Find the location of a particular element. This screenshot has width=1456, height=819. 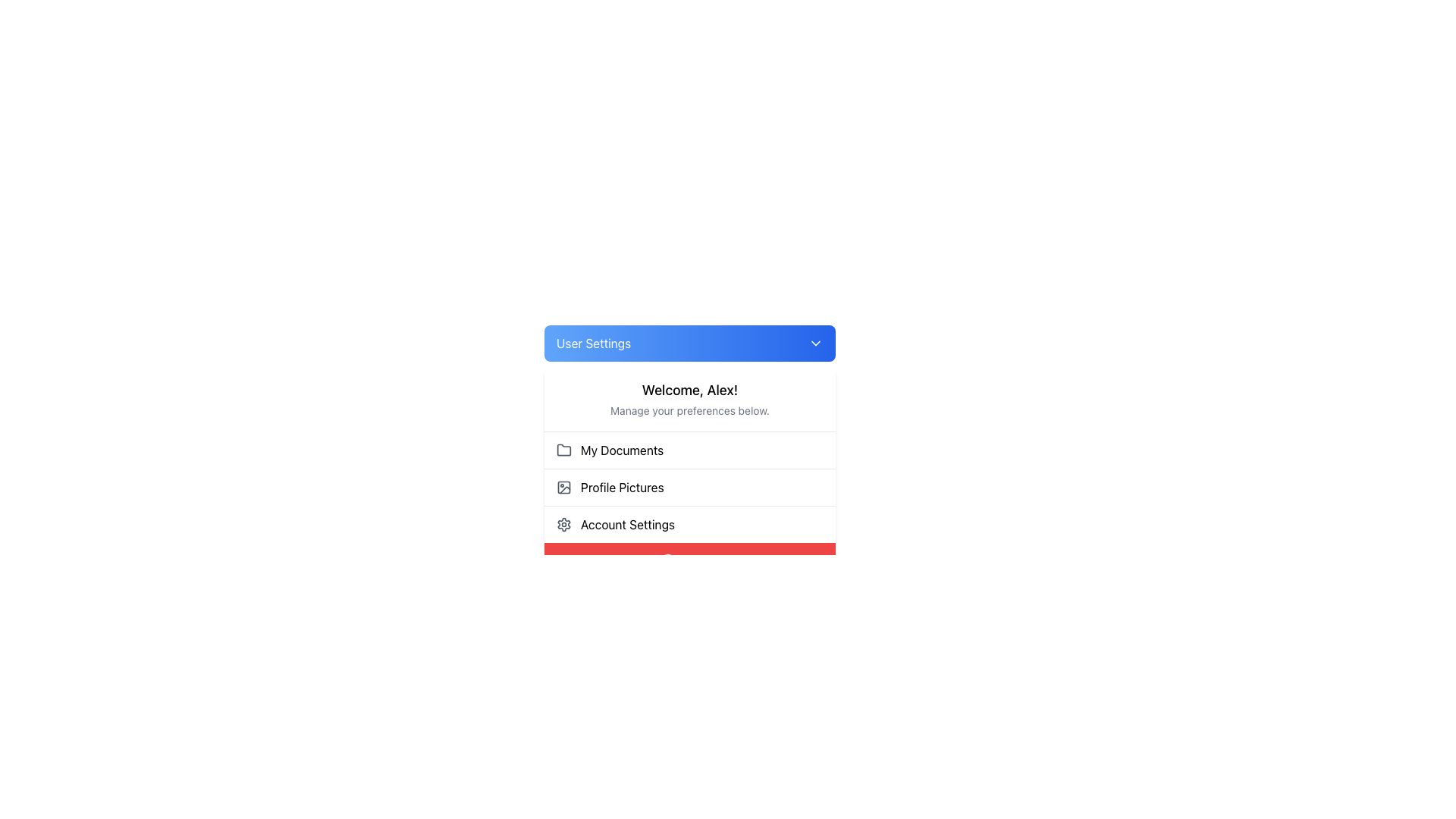

text content of the 'Account Settings' label, which is a black font text element positioned in the dropdown menu for user settings options is located at coordinates (628, 523).